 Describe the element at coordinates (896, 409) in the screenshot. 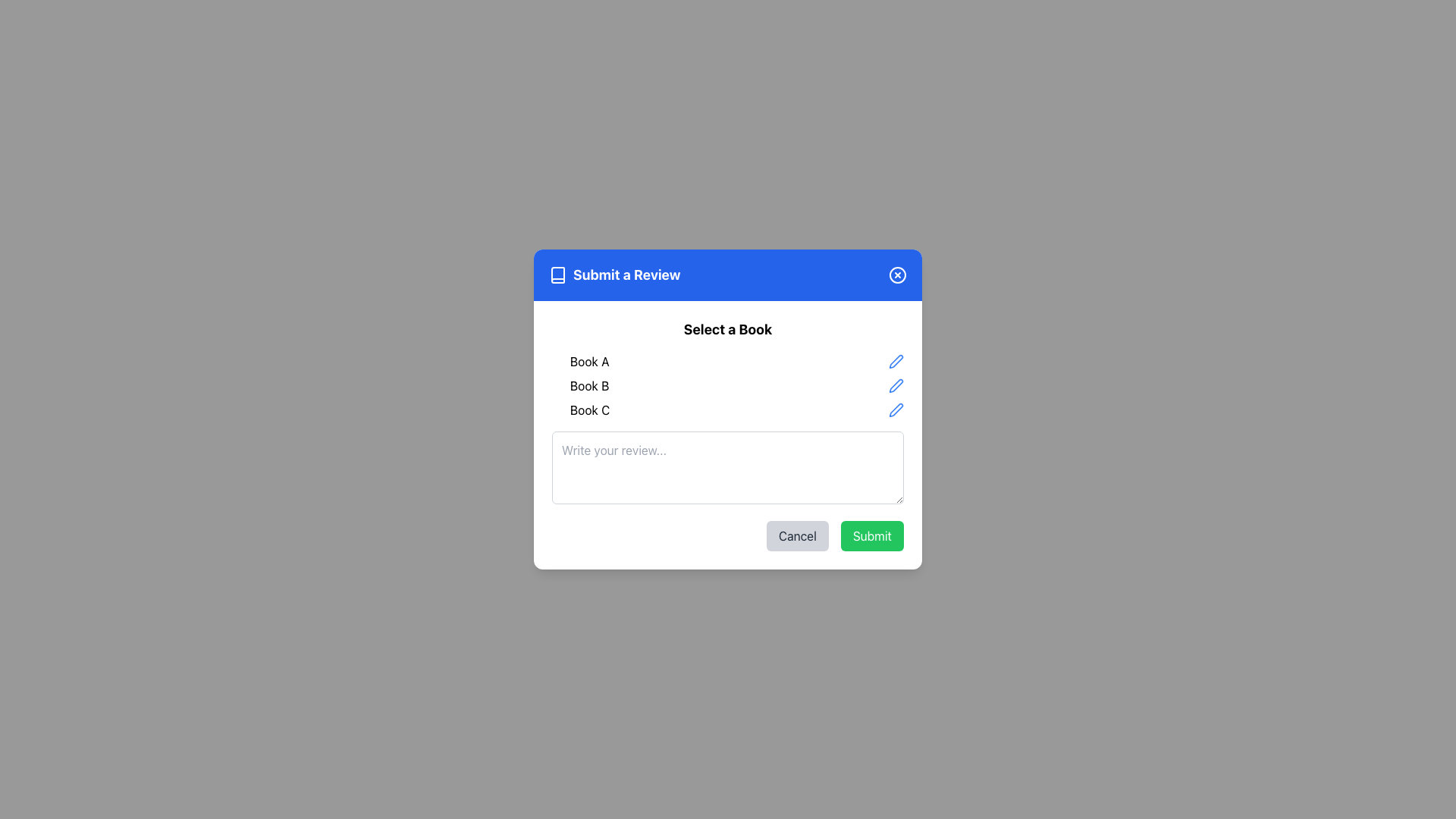

I see `the small blue pen icon located to the right of the list entry 'Book C'` at that location.